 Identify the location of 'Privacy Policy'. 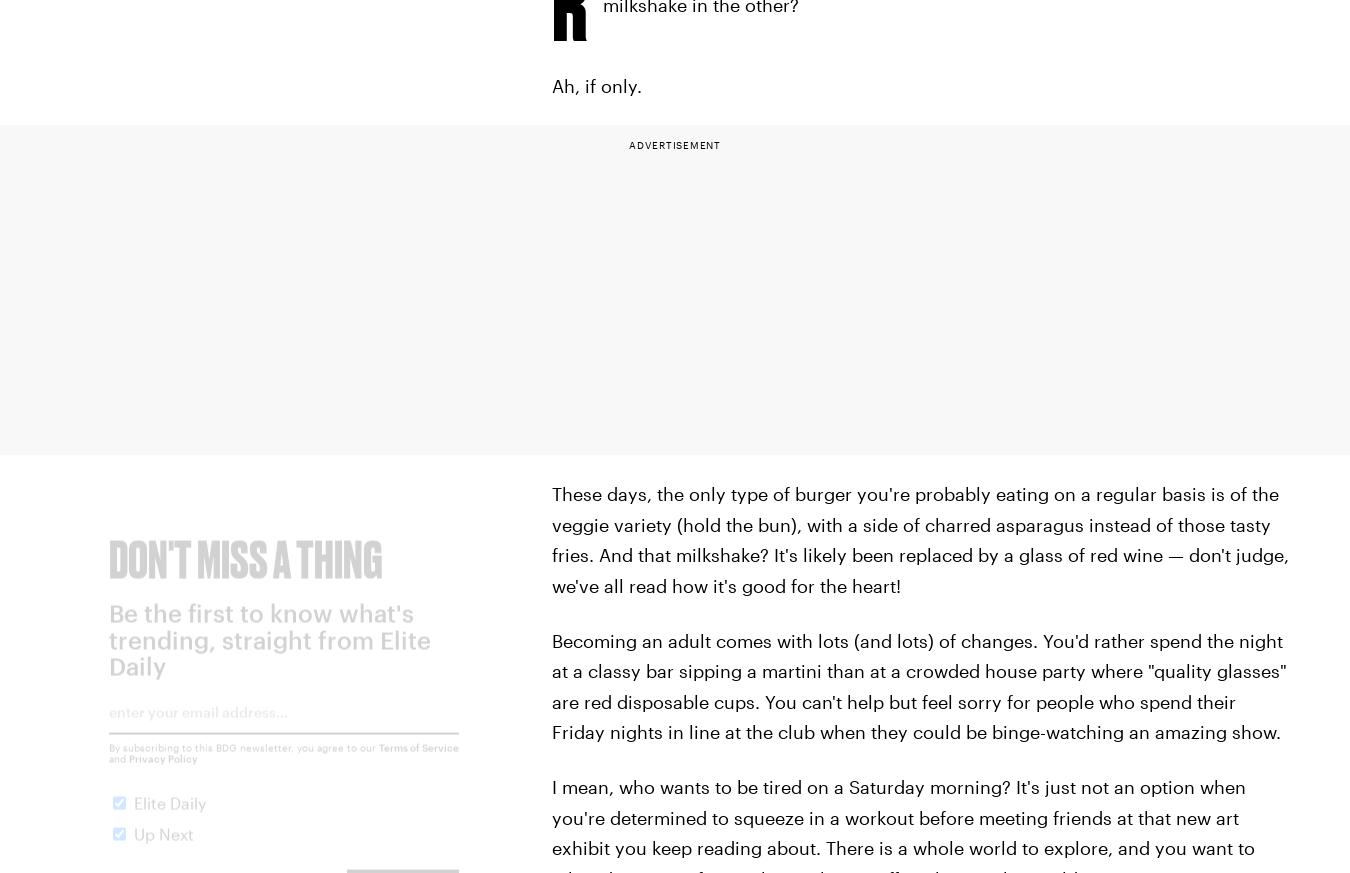
(163, 773).